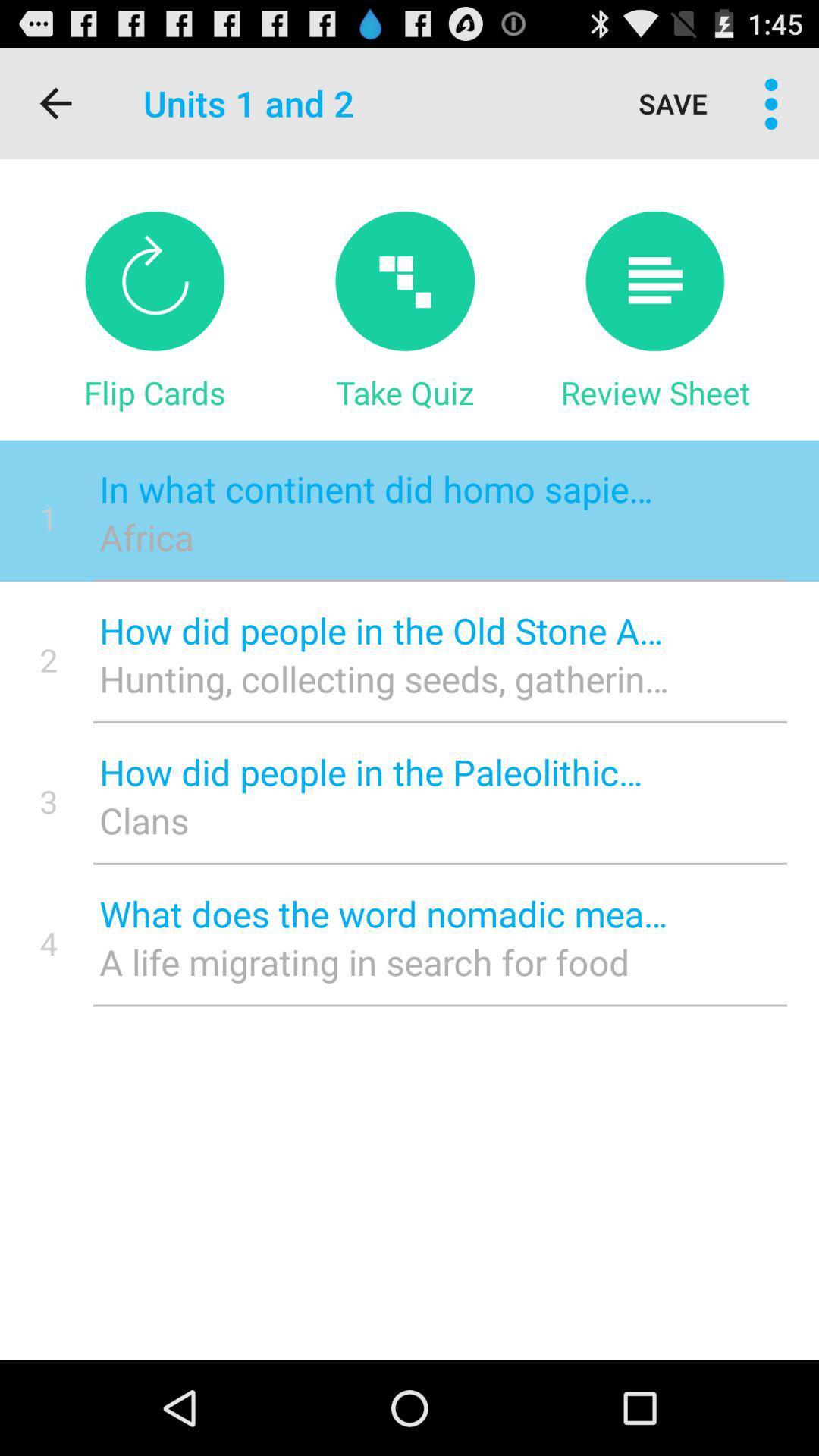 The image size is (819, 1456). What do you see at coordinates (404, 281) in the screenshot?
I see `item below the units 1 and icon` at bounding box center [404, 281].